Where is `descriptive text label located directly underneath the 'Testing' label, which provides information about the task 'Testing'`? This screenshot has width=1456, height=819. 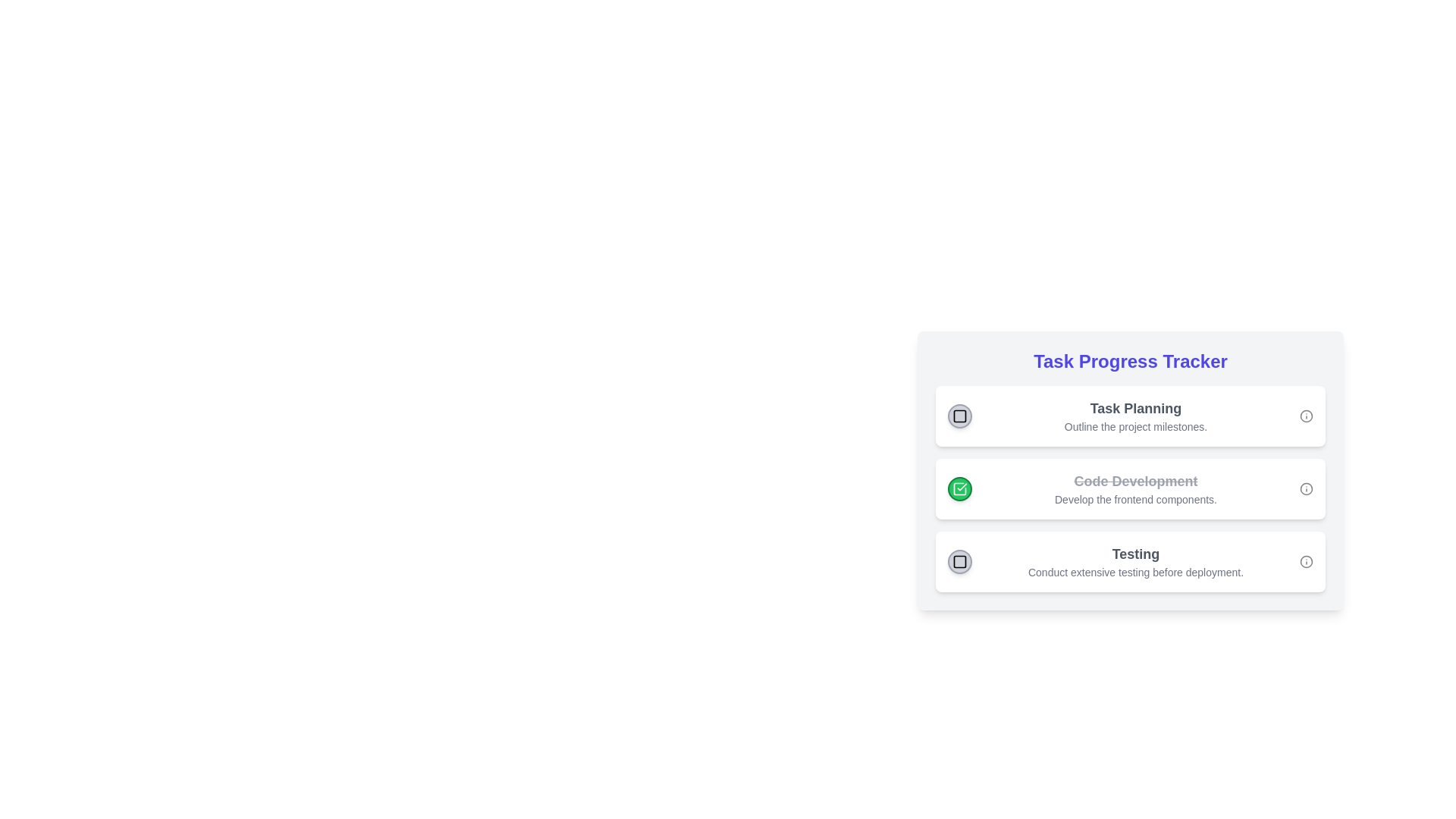
descriptive text label located directly underneath the 'Testing' label, which provides information about the task 'Testing' is located at coordinates (1135, 573).